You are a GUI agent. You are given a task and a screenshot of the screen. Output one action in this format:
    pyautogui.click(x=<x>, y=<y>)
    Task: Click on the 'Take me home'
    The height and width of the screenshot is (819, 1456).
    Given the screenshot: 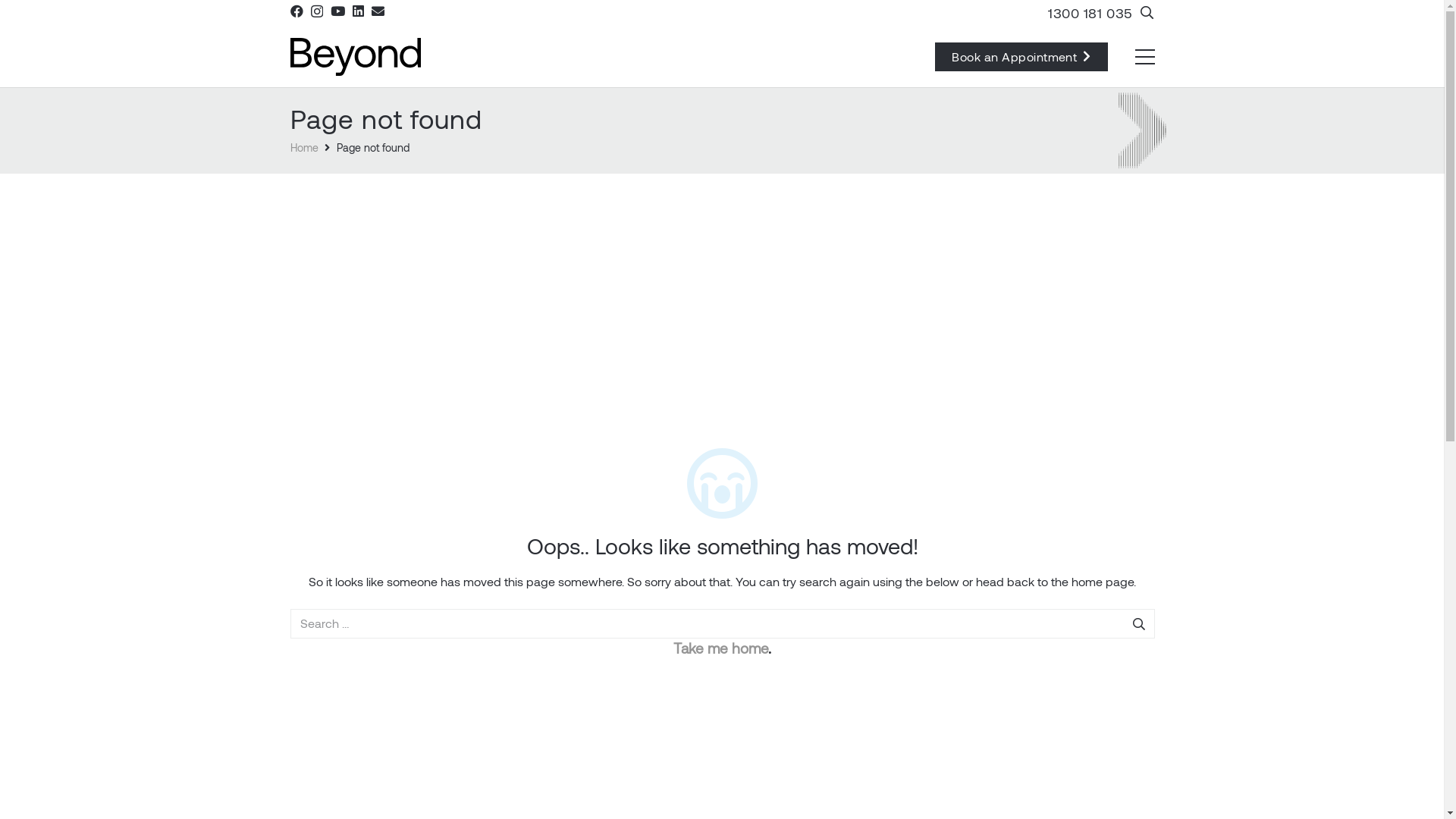 What is the action you would take?
    pyautogui.click(x=720, y=648)
    